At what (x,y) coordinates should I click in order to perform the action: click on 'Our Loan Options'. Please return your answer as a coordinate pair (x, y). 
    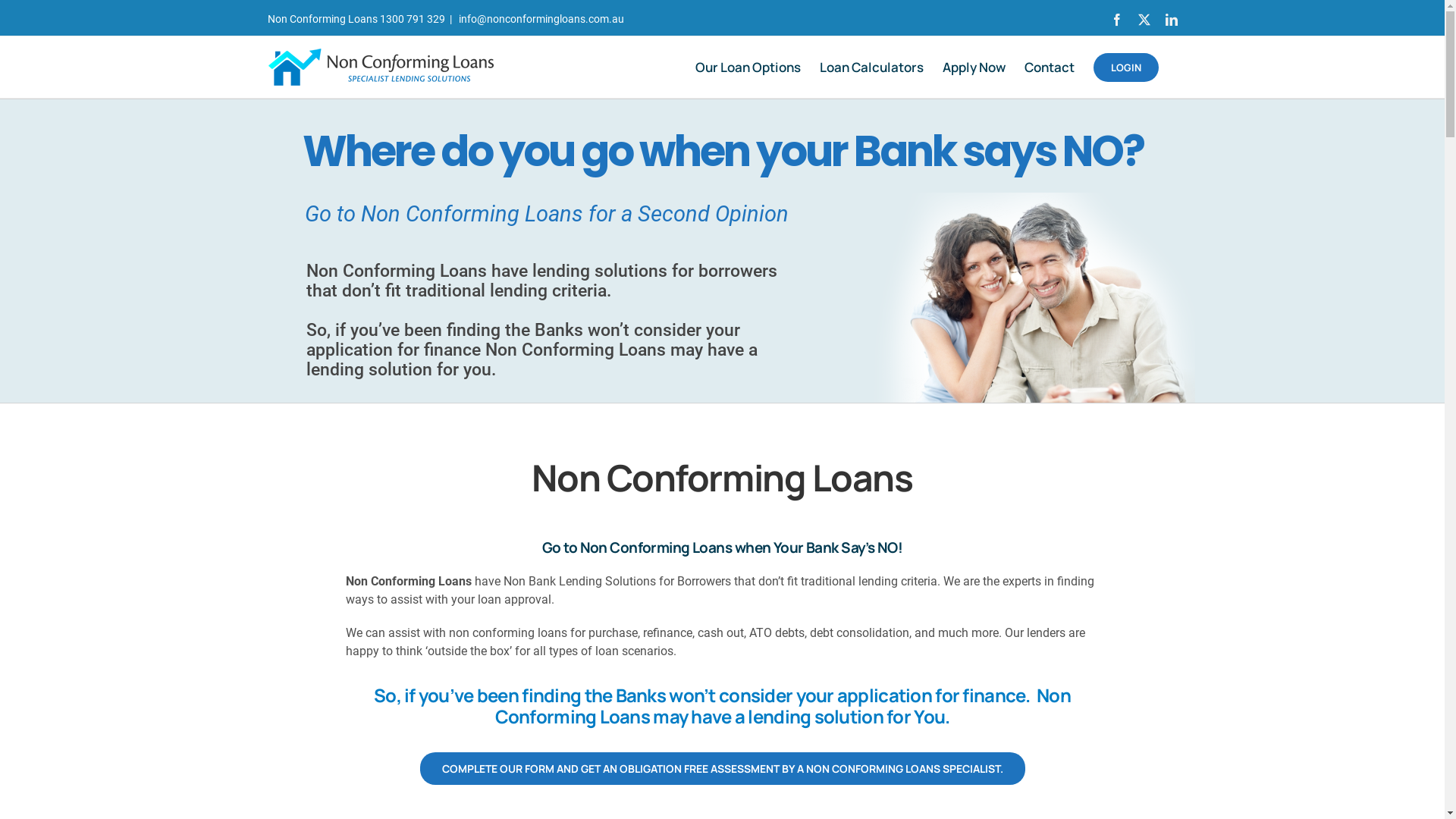
    Looking at the image, I should click on (747, 66).